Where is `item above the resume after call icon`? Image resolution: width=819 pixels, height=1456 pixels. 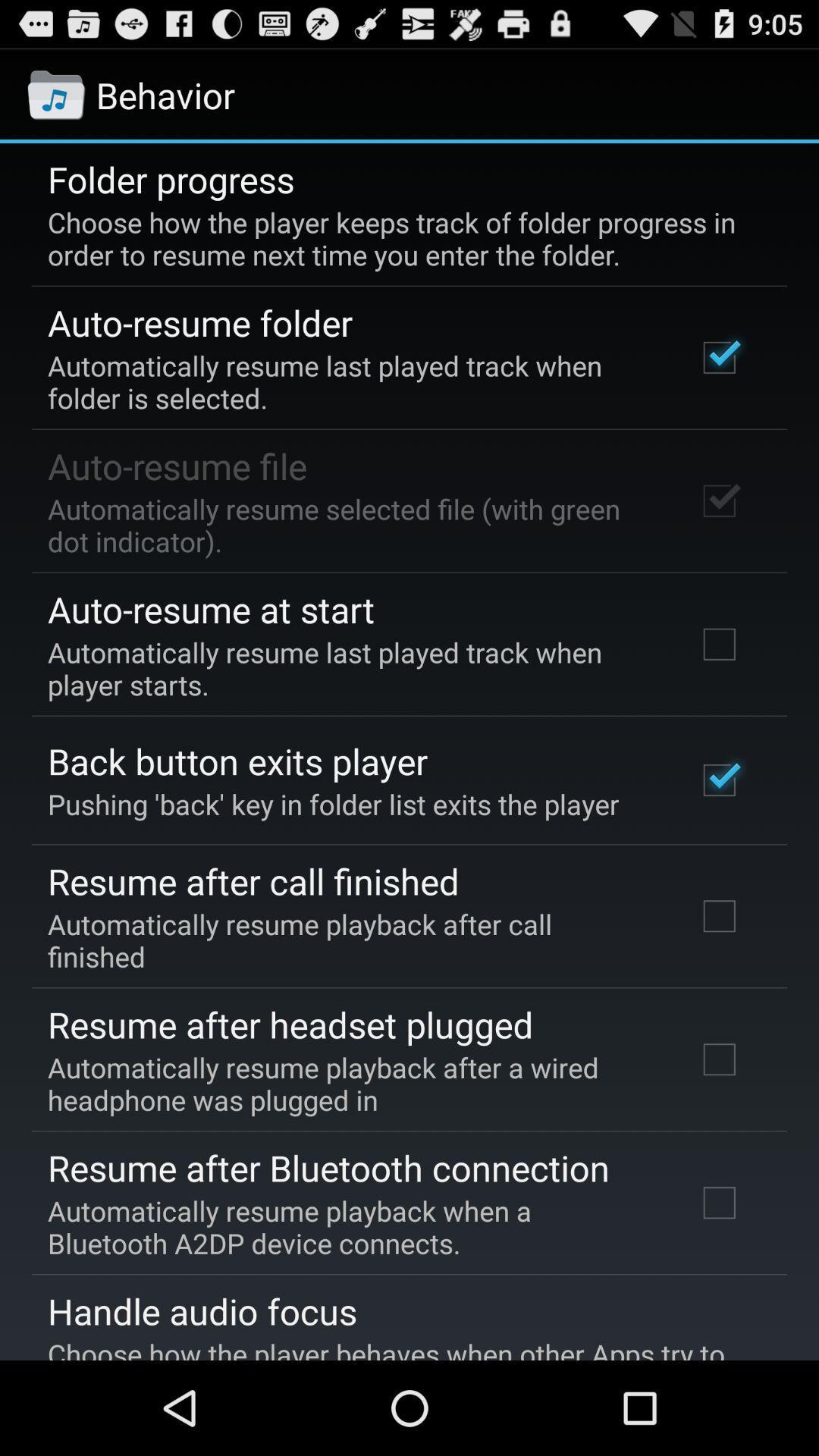
item above the resume after call icon is located at coordinates (332, 803).